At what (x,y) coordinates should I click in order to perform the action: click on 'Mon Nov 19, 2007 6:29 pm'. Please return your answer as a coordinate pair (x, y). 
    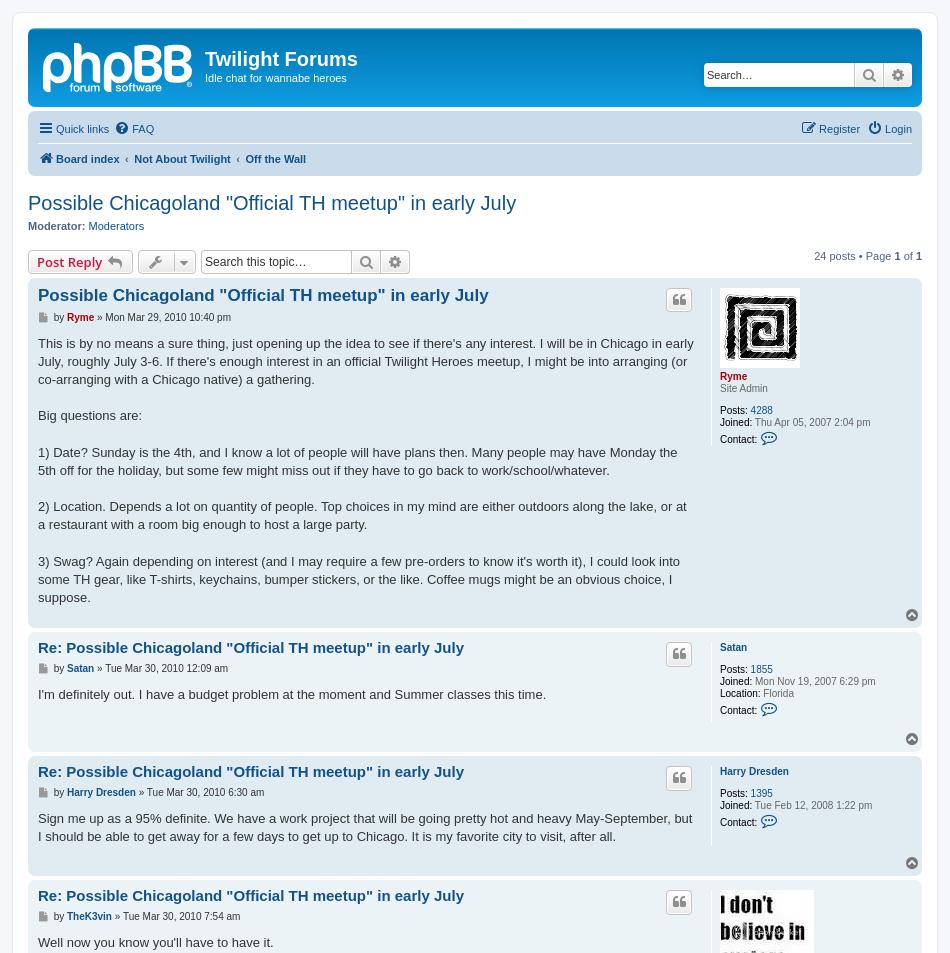
    Looking at the image, I should click on (812, 681).